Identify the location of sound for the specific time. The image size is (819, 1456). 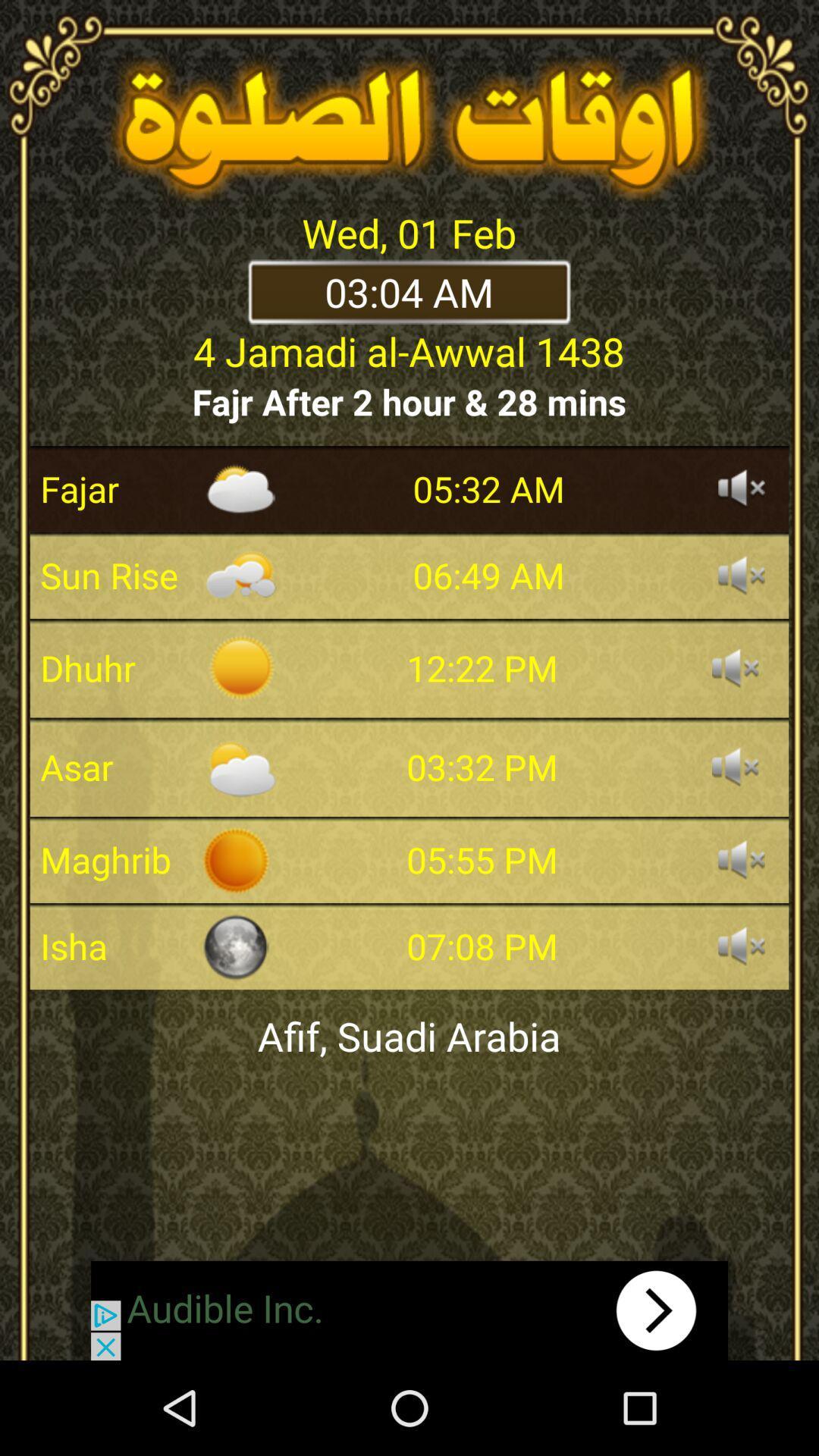
(741, 946).